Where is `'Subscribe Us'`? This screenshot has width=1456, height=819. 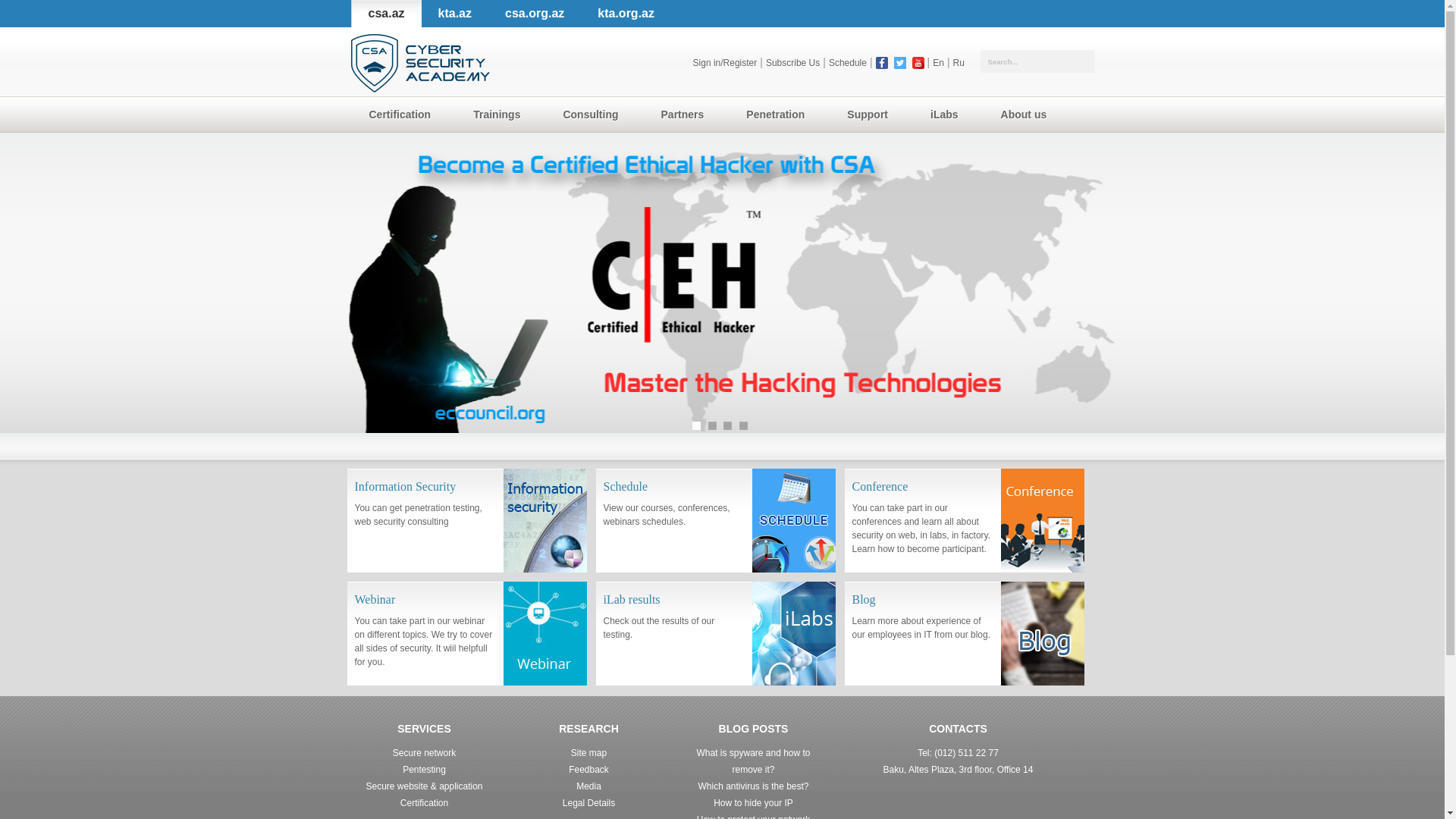
'Subscribe Us' is located at coordinates (792, 62).